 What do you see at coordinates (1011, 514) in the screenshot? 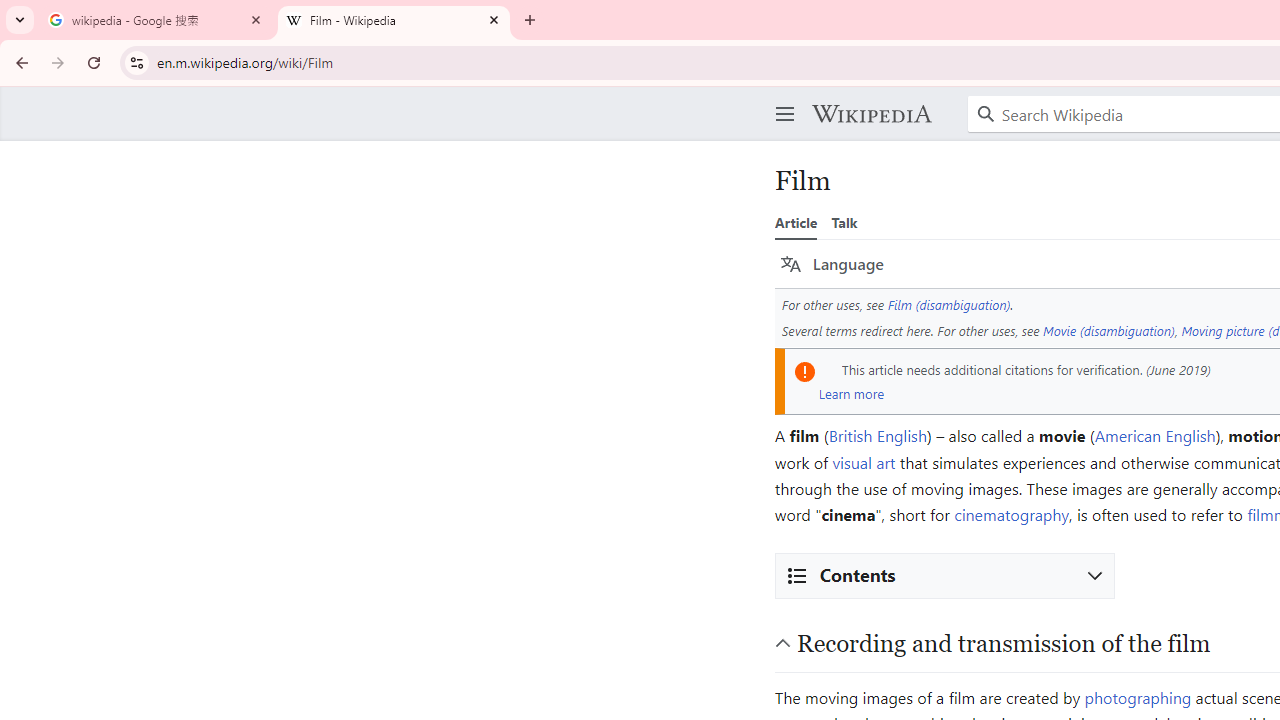
I see `'cinematography'` at bounding box center [1011, 514].